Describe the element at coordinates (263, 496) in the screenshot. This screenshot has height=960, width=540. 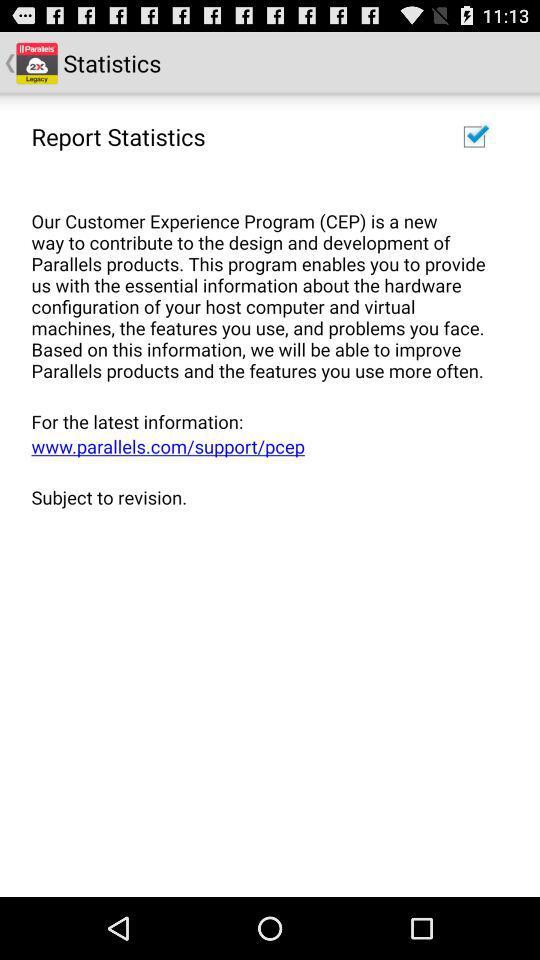
I see `subject to revision.` at that location.